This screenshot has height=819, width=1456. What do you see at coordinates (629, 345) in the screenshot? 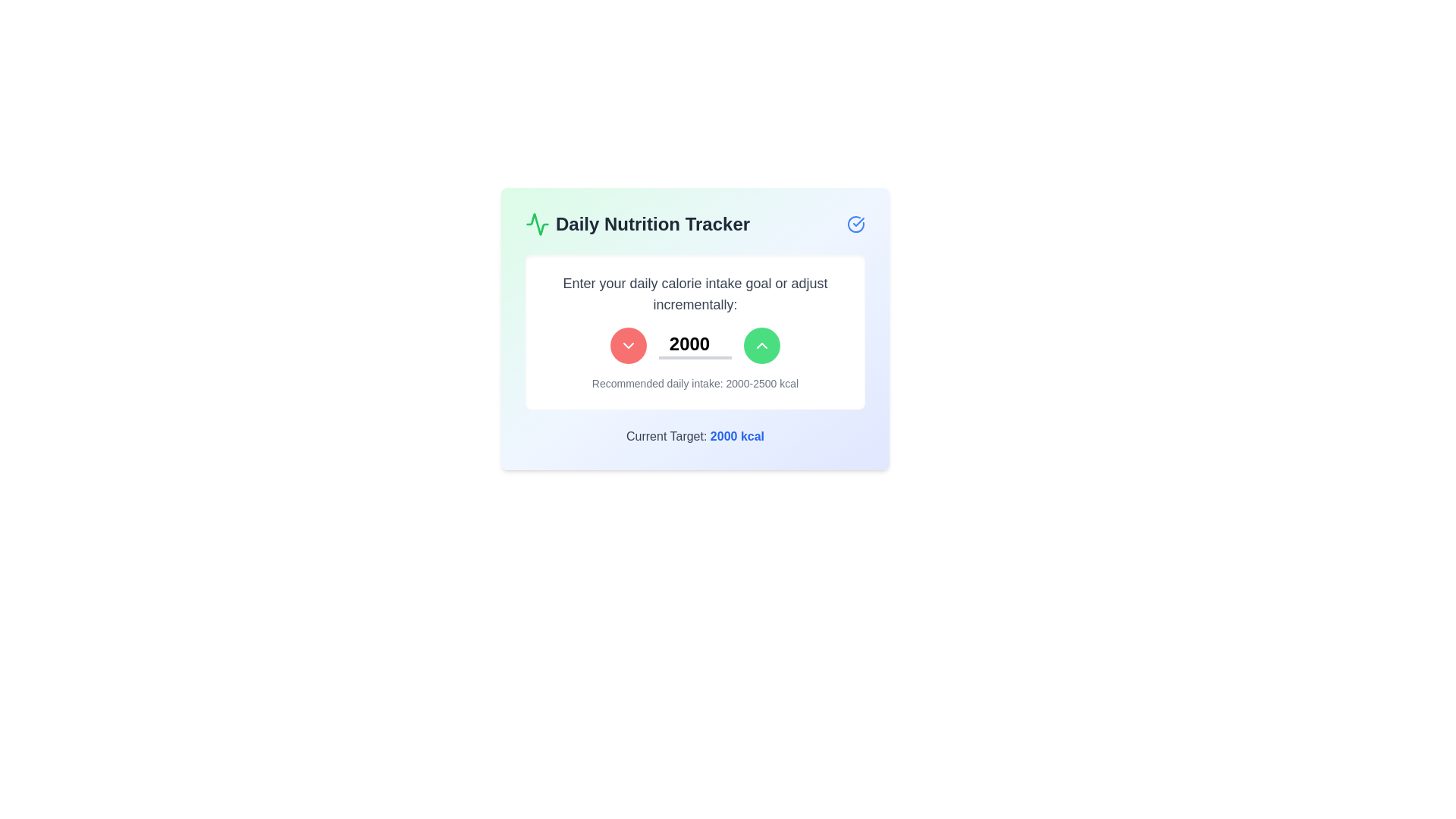
I see `the SVG downward chevron icon located within the red circular button, adjacent to the 'decrement calorie' functionality` at bounding box center [629, 345].